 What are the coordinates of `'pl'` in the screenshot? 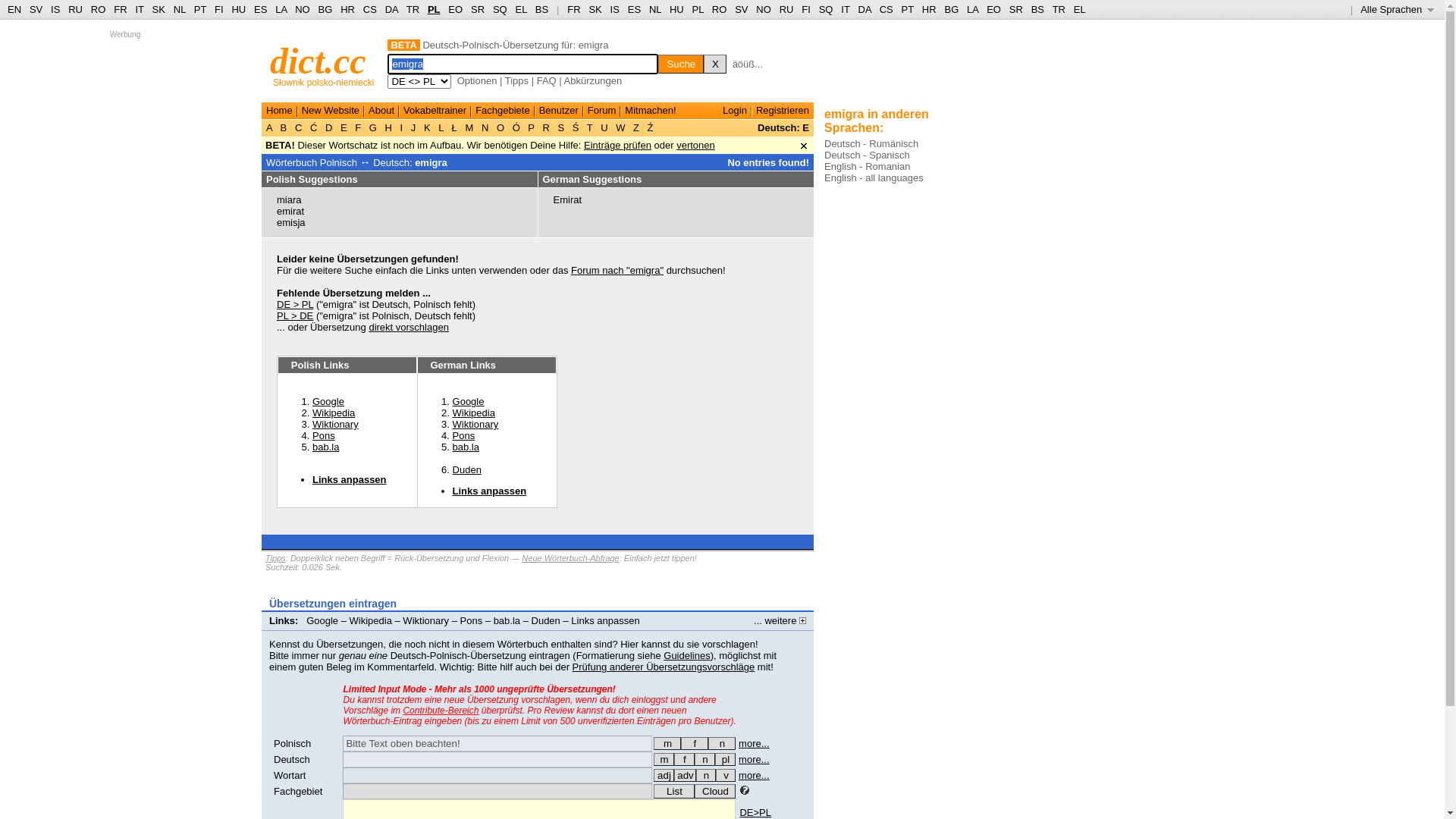 It's located at (714, 759).